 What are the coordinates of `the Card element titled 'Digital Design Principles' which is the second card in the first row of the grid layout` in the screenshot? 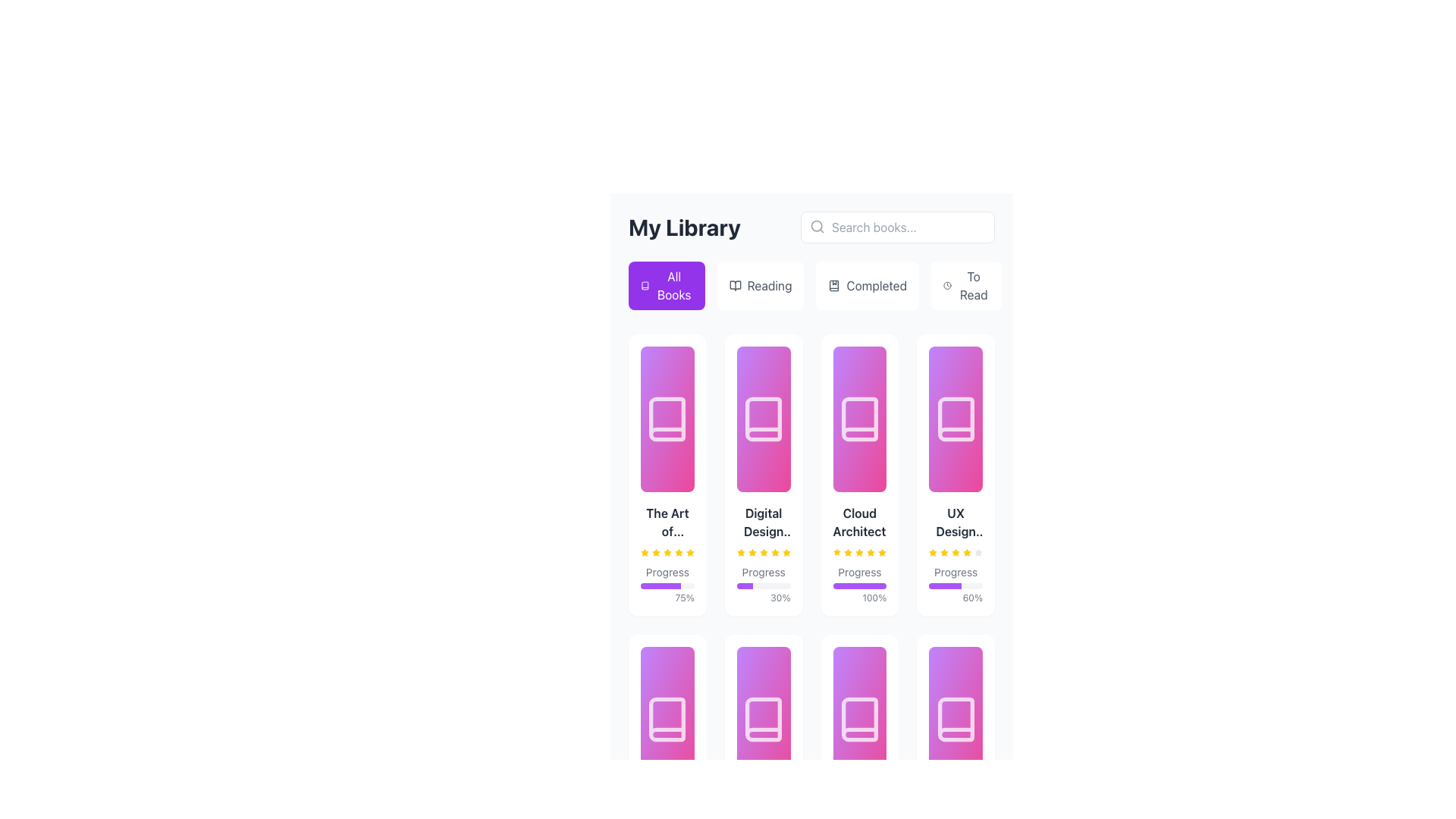 It's located at (764, 475).